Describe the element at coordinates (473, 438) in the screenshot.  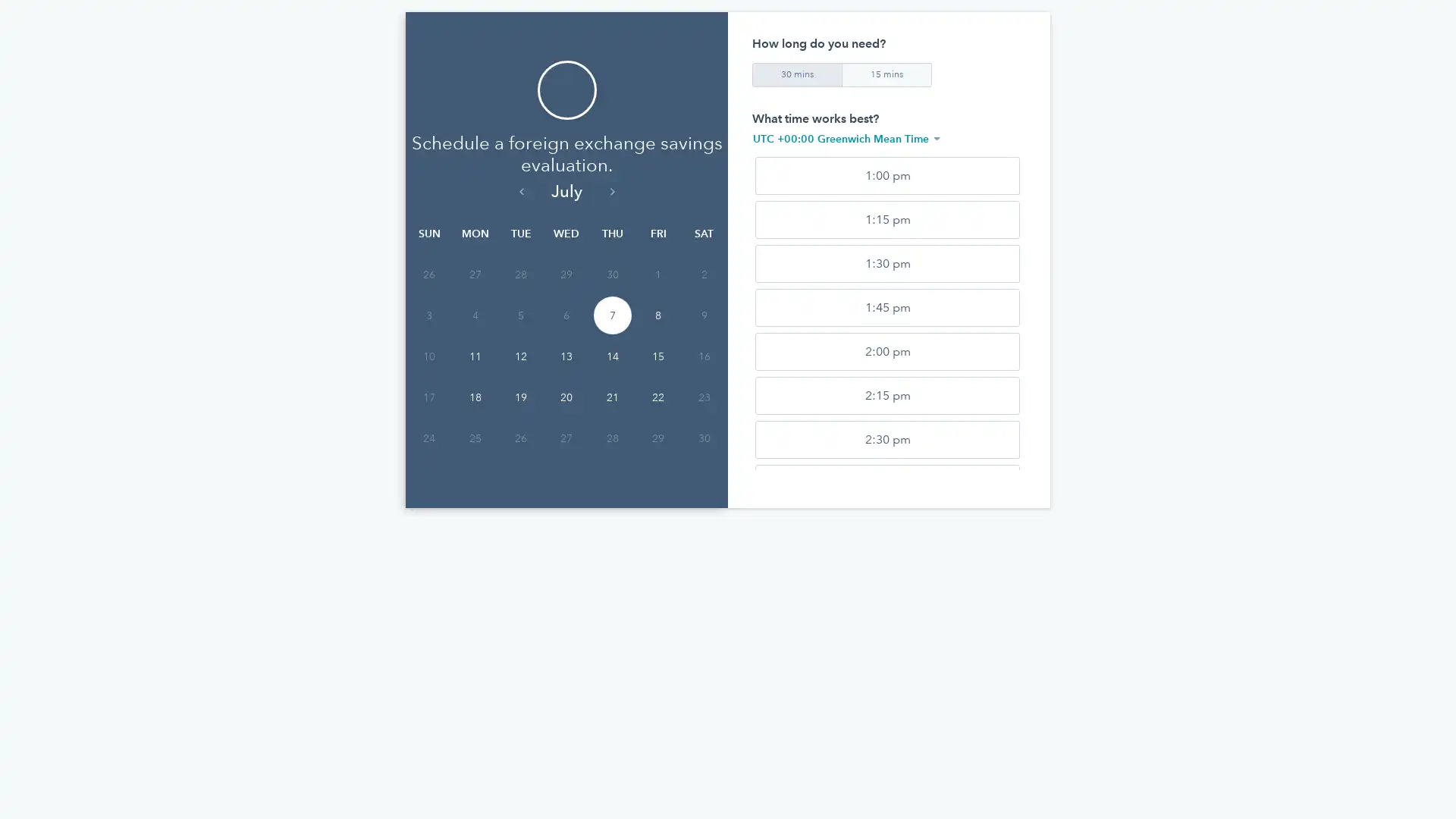
I see `July 25th` at that location.